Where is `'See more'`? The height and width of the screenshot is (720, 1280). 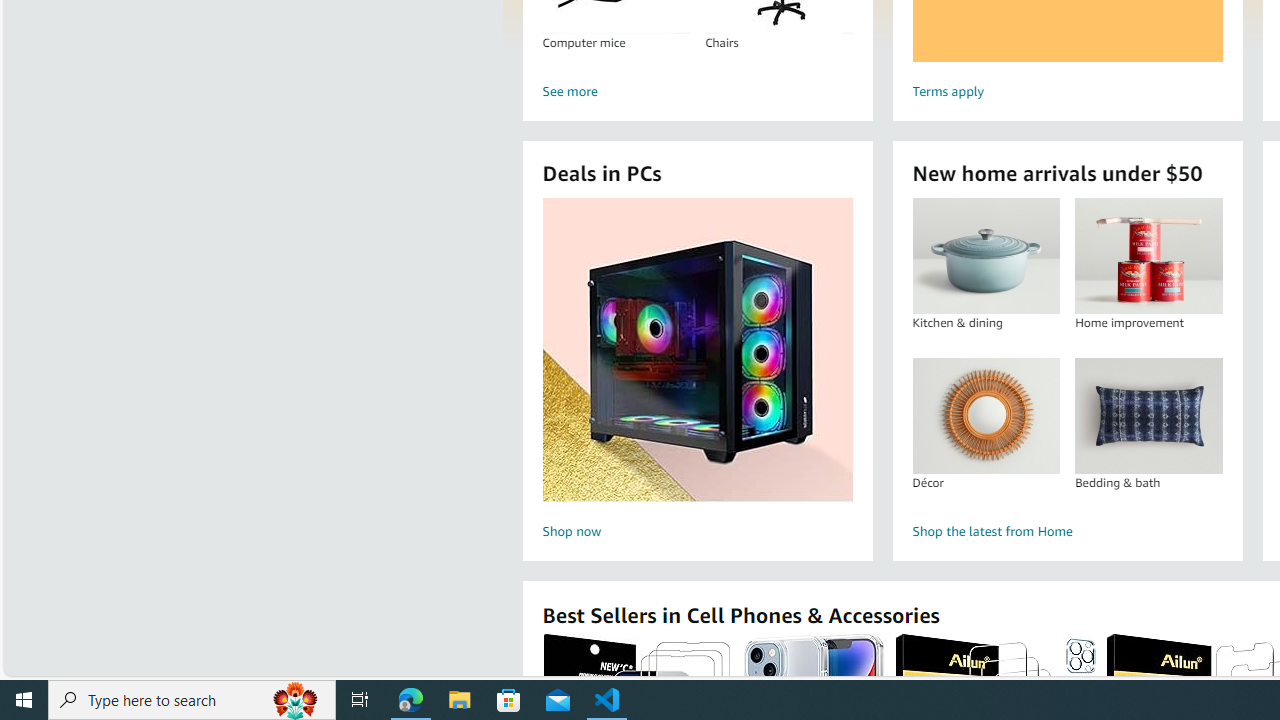
'See more' is located at coordinates (696, 92).